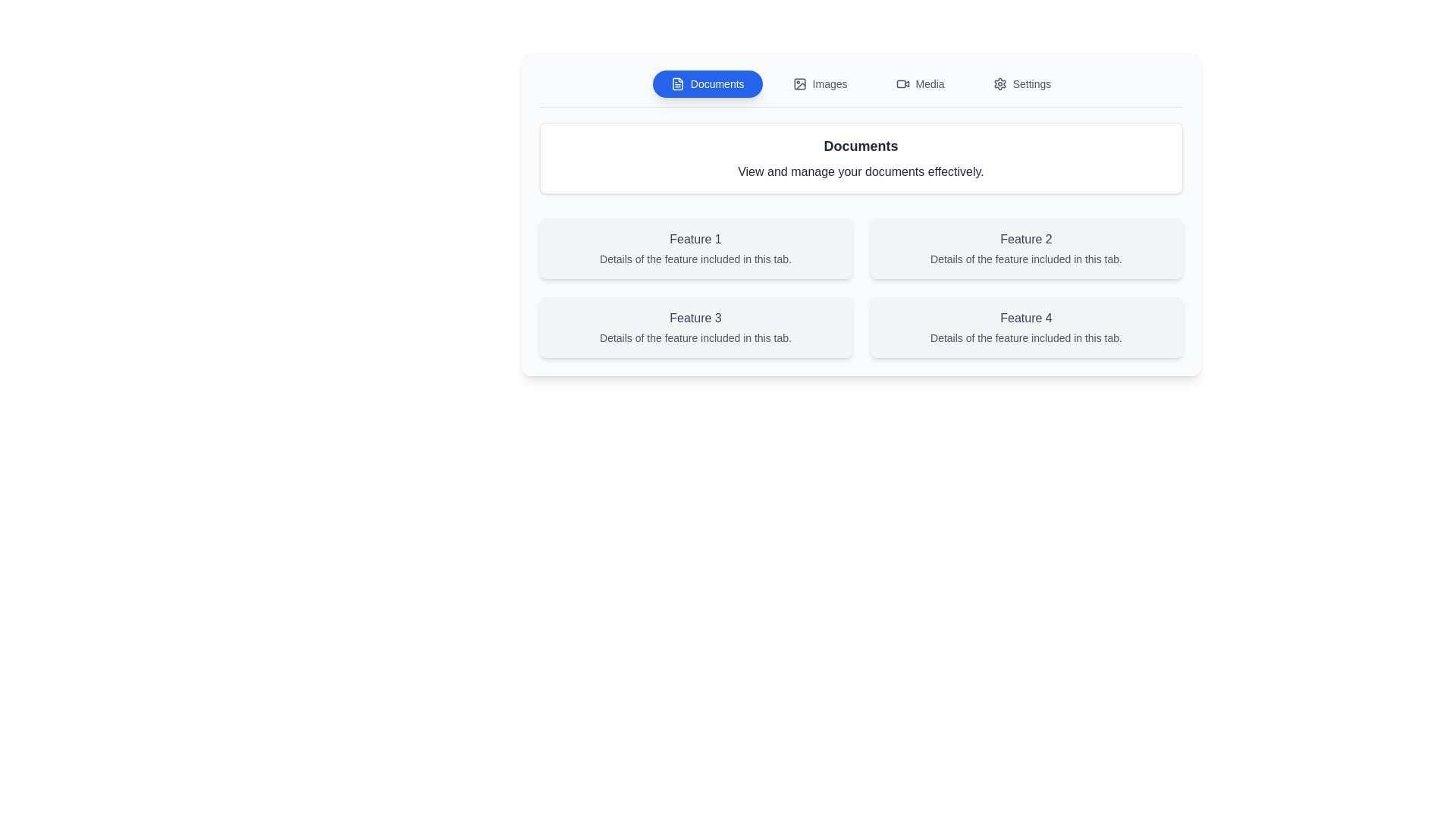 Image resolution: width=1456 pixels, height=819 pixels. I want to click on the file icon resembling a rectangular boundary with a fold on the top-right corner, located near the top-left corner of the application's interface, closely linked to the 'Documents' navigation tab, so click(676, 84).